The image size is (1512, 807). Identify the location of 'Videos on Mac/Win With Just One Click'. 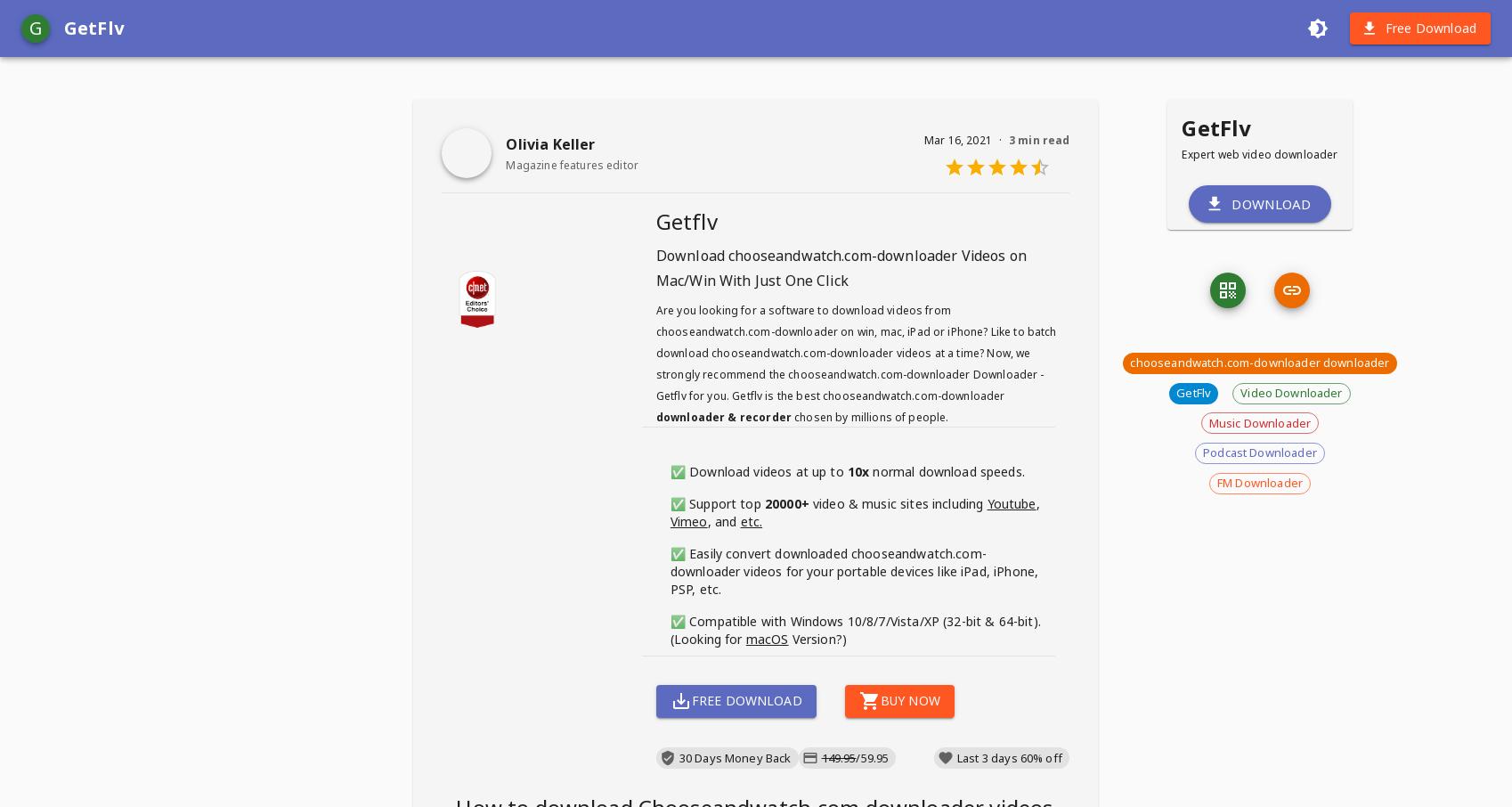
(840, 266).